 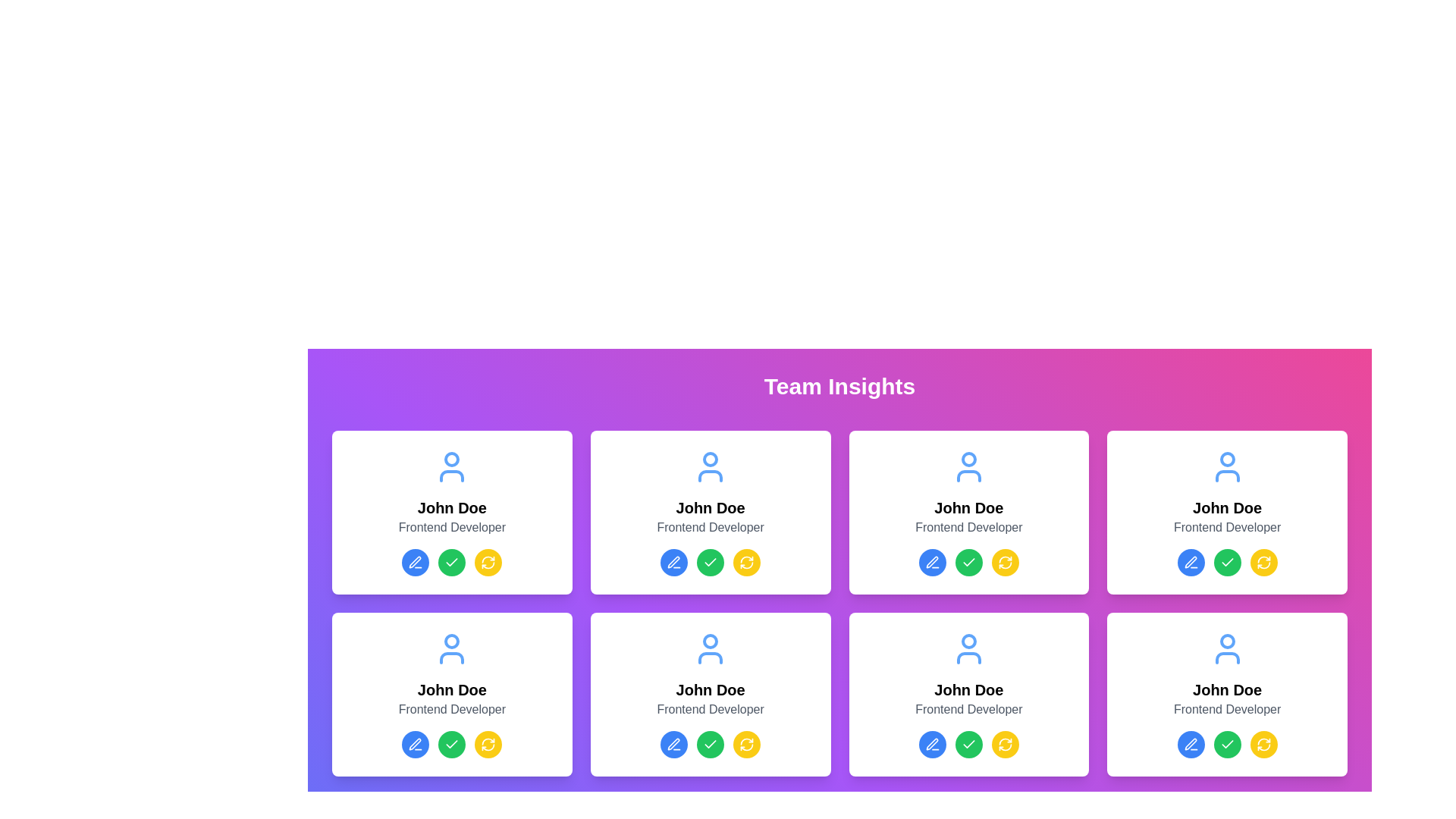 What do you see at coordinates (1227, 744) in the screenshot?
I see `the checkmark icon button located beneath the text 'Frontend Developer' in the bottom row of the grid, which is part of the rightmost profile card` at bounding box center [1227, 744].